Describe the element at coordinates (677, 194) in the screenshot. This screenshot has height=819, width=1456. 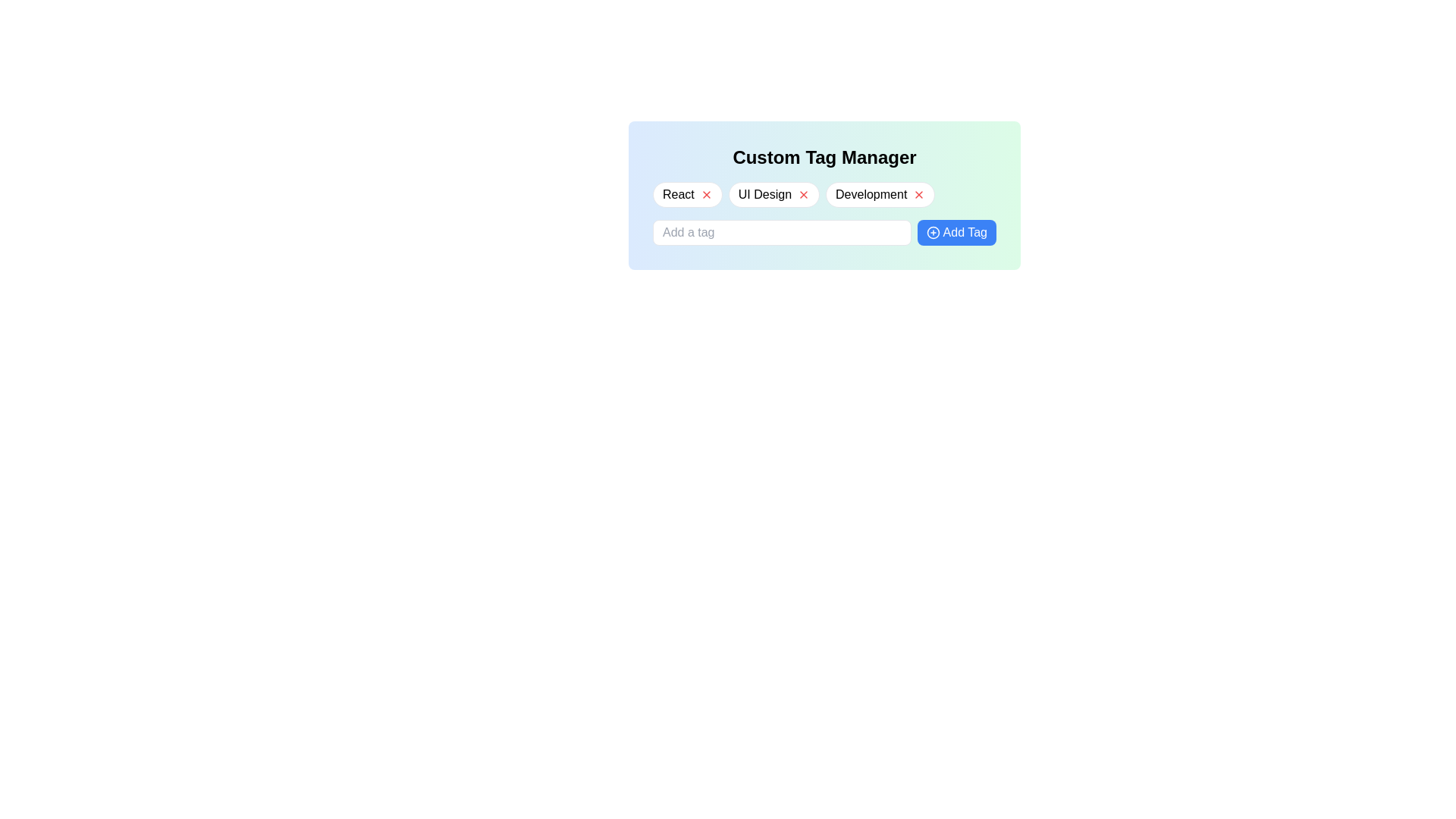
I see `the text label displaying the word 'React' which is located in the first tag pill in the tag bar below the 'Custom Tag Manager' heading` at that location.